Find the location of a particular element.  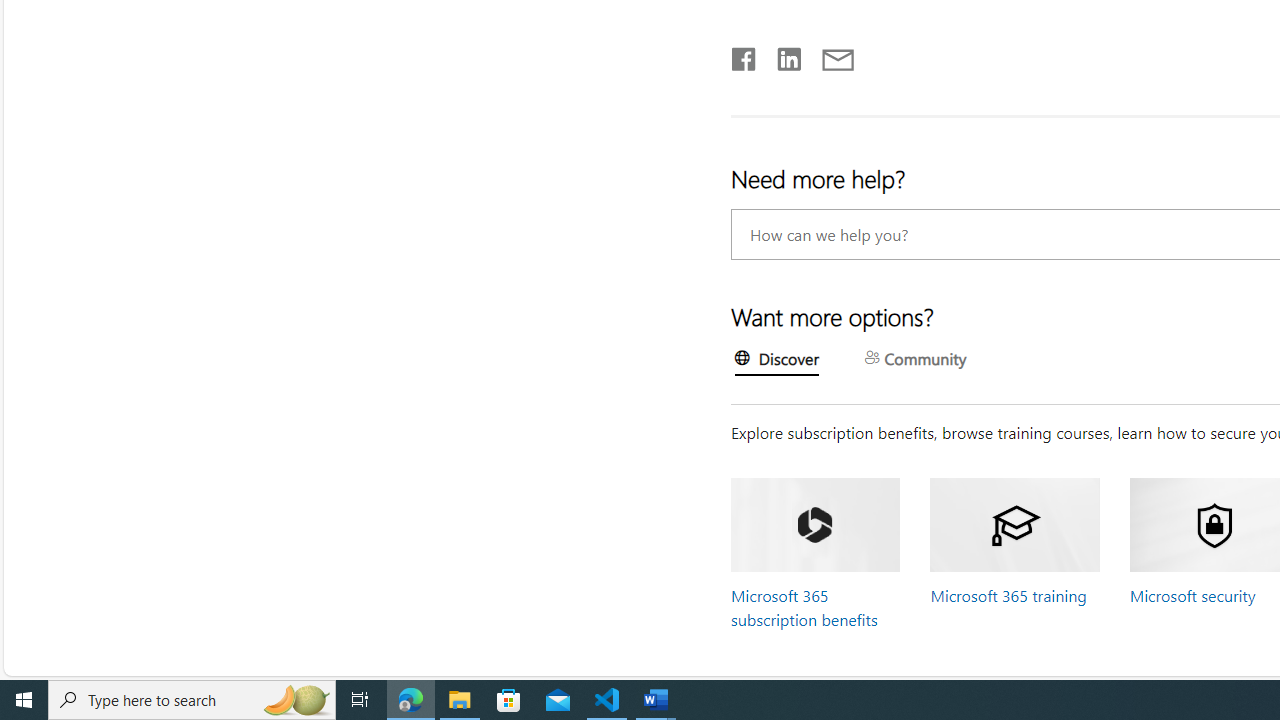

'Email' is located at coordinates (837, 54).